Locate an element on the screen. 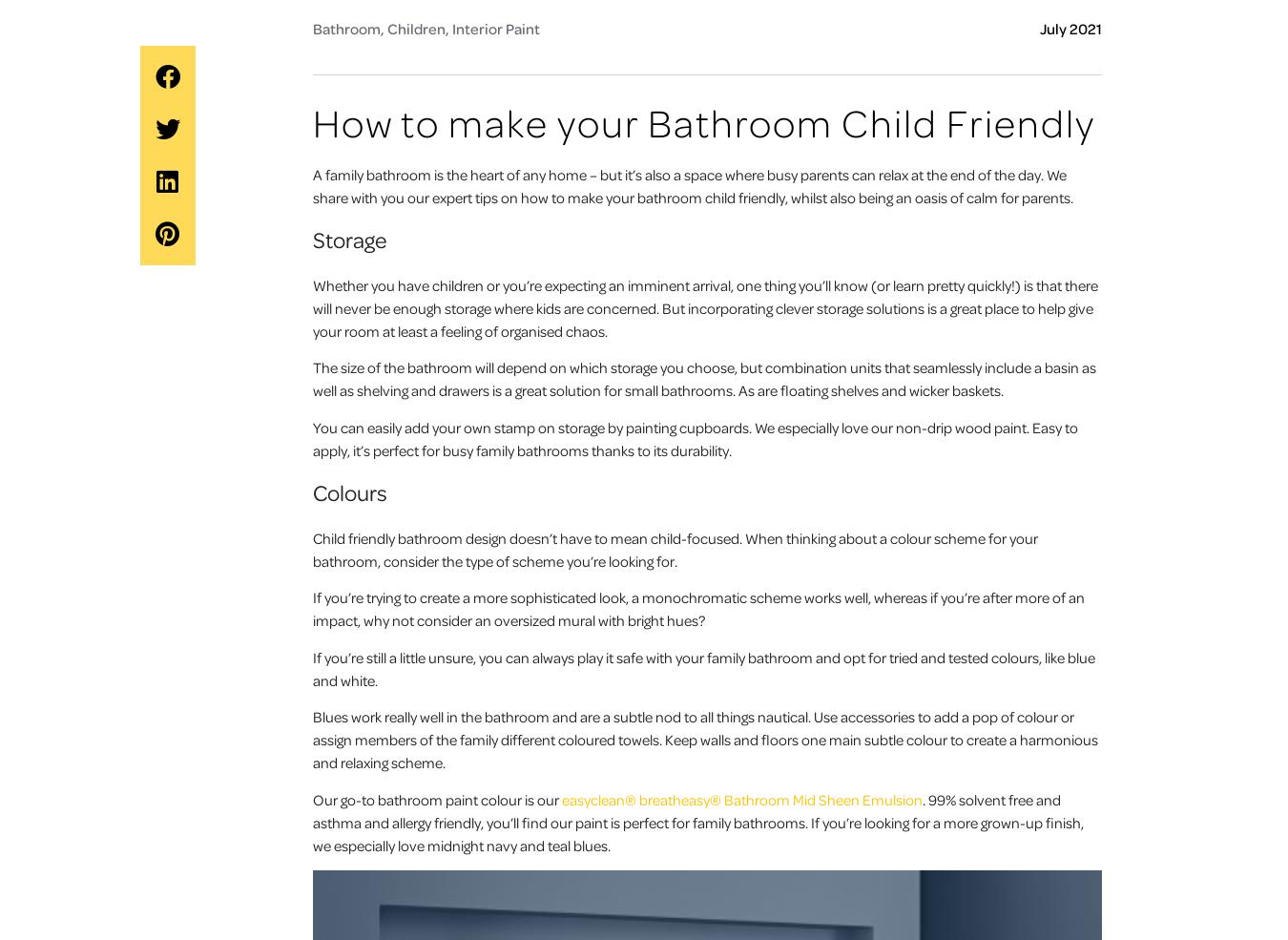  'Child friendly bathroom design doesn’t have to mean child-focused. When thinking about a colour scheme for your bathroom, consider the type of scheme you’re looking for.' is located at coordinates (674, 550).